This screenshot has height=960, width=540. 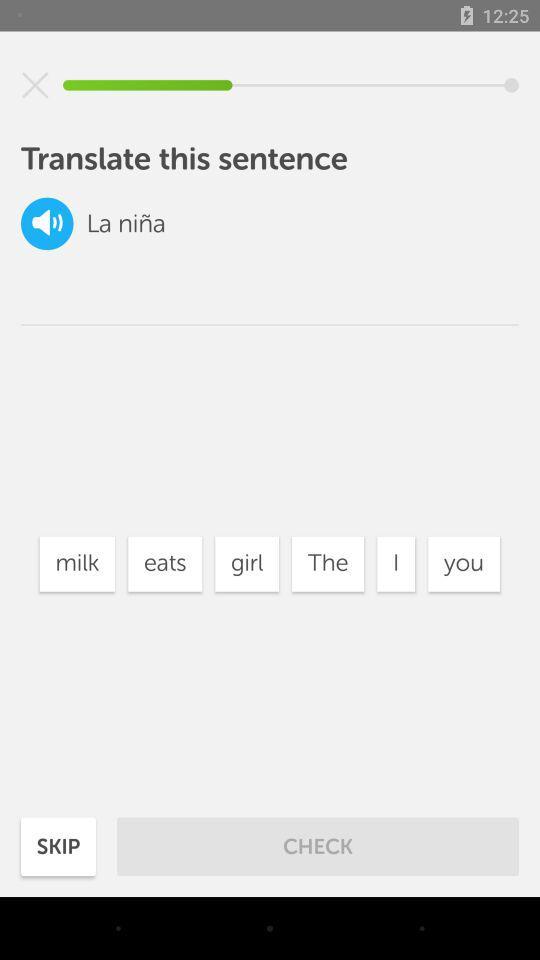 I want to click on the milk item, so click(x=76, y=564).